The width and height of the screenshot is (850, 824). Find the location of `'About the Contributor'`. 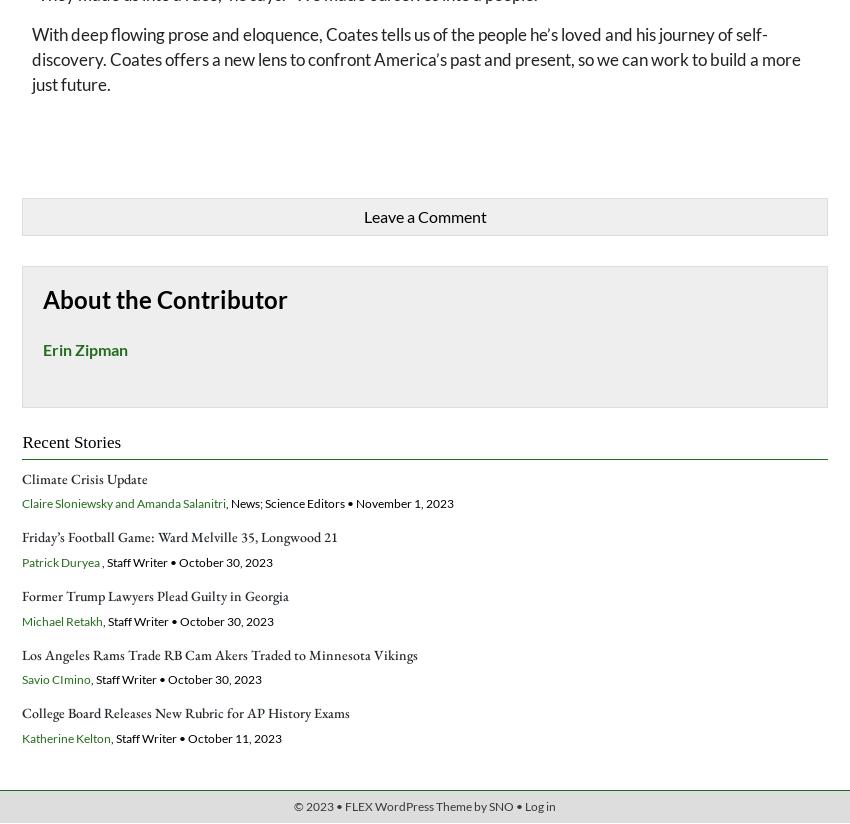

'About the Contributor' is located at coordinates (165, 297).